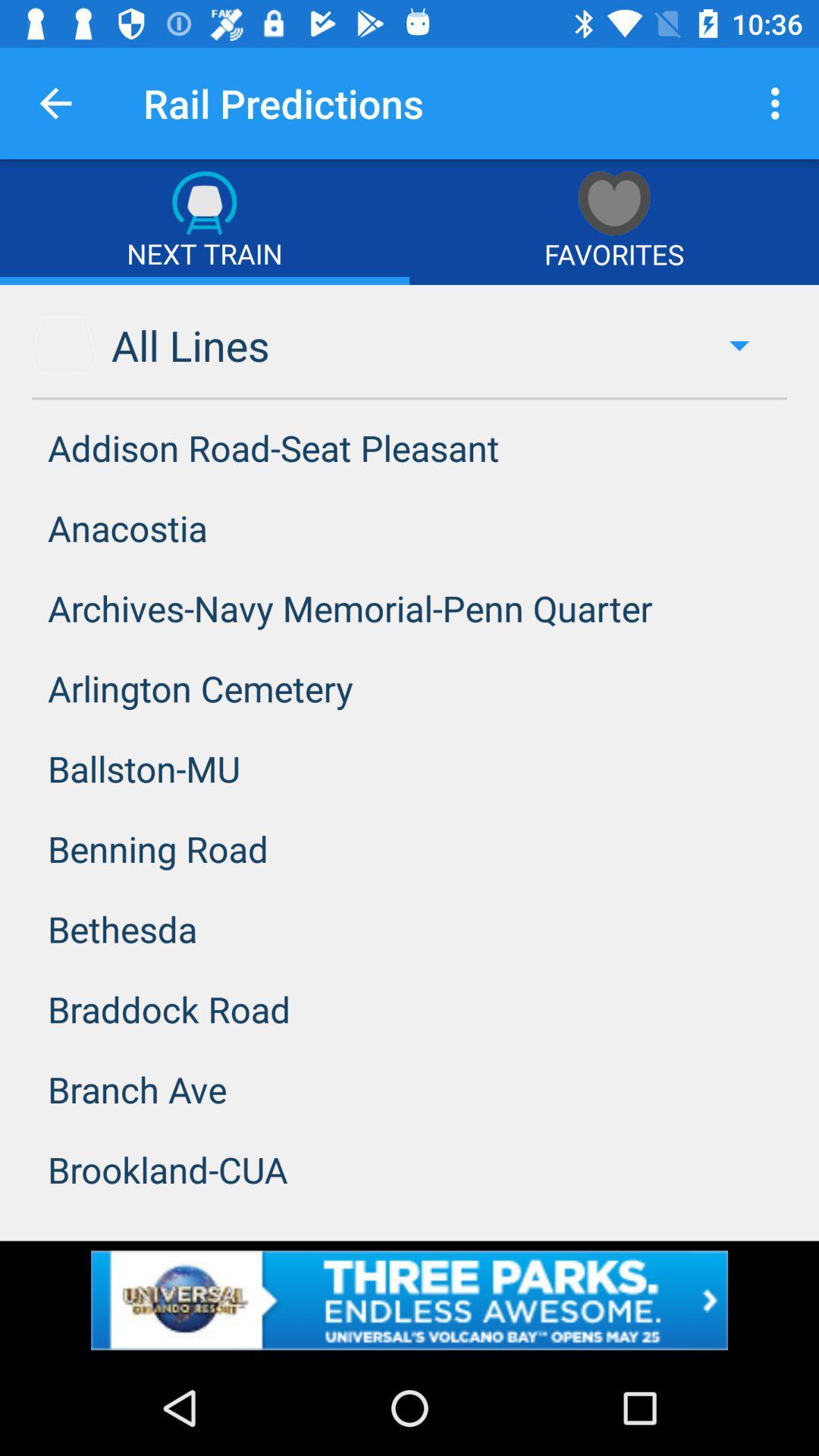 The width and height of the screenshot is (819, 1456). Describe the element at coordinates (409, 607) in the screenshot. I see `archivesnavy memorialpenn quarter` at that location.